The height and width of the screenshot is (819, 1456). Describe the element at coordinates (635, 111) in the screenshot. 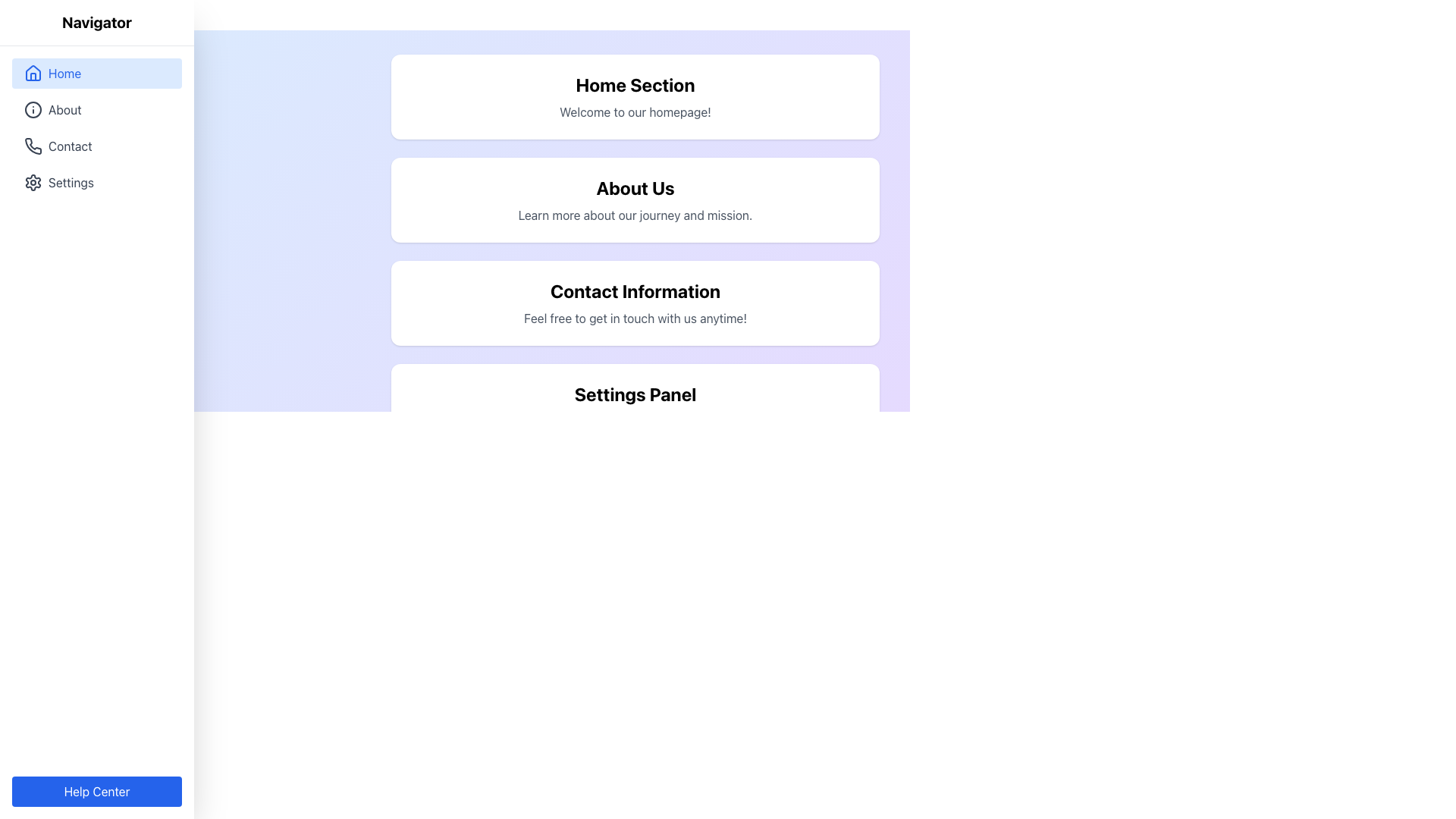

I see `message displayed in the text line saying 'Welcome to our homepage!' which is located in the 'Home Section' box below the title 'Home Section'` at that location.